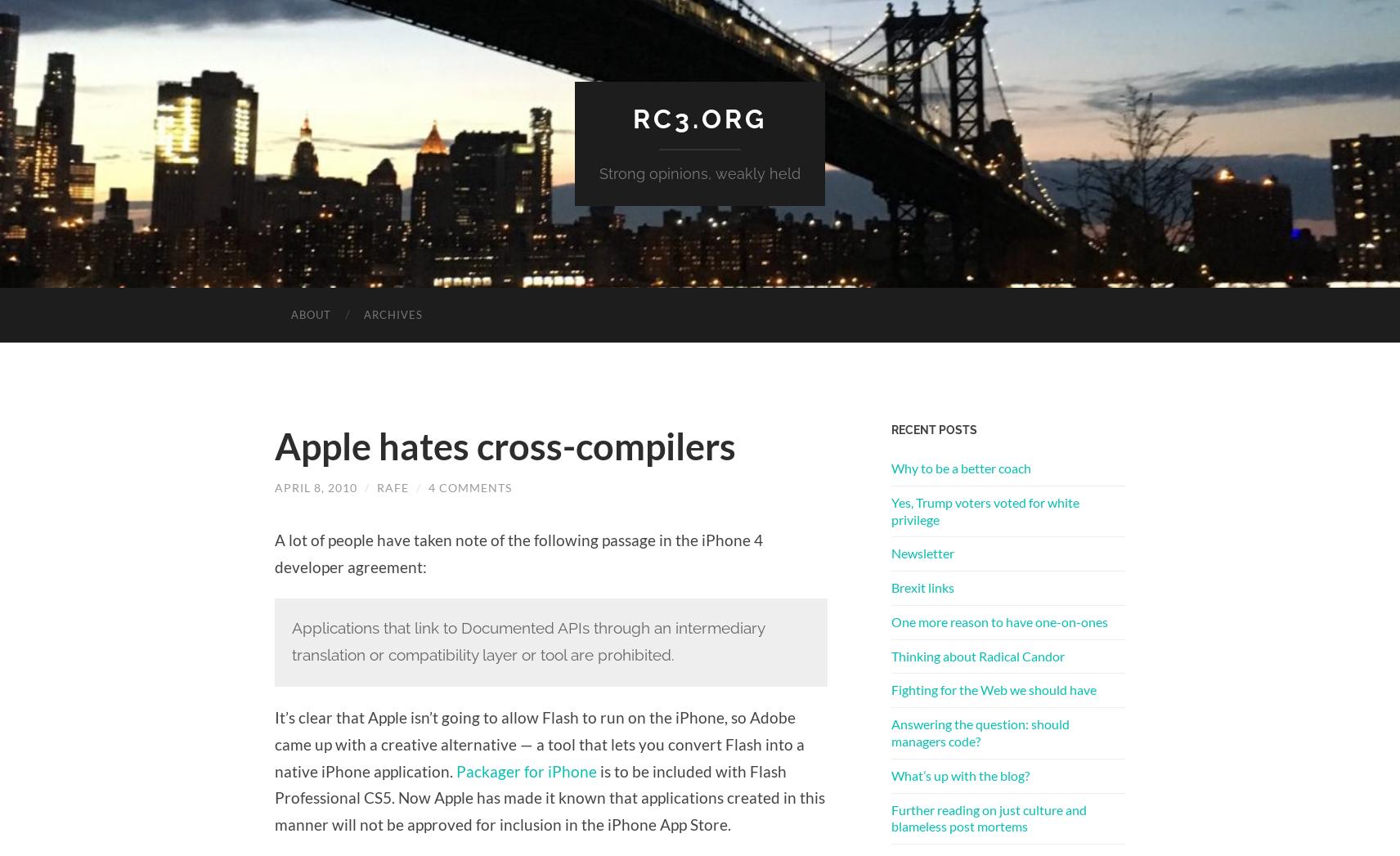 Image resolution: width=1400 pixels, height=856 pixels. Describe the element at coordinates (428, 486) in the screenshot. I see `'4 Comments'` at that location.